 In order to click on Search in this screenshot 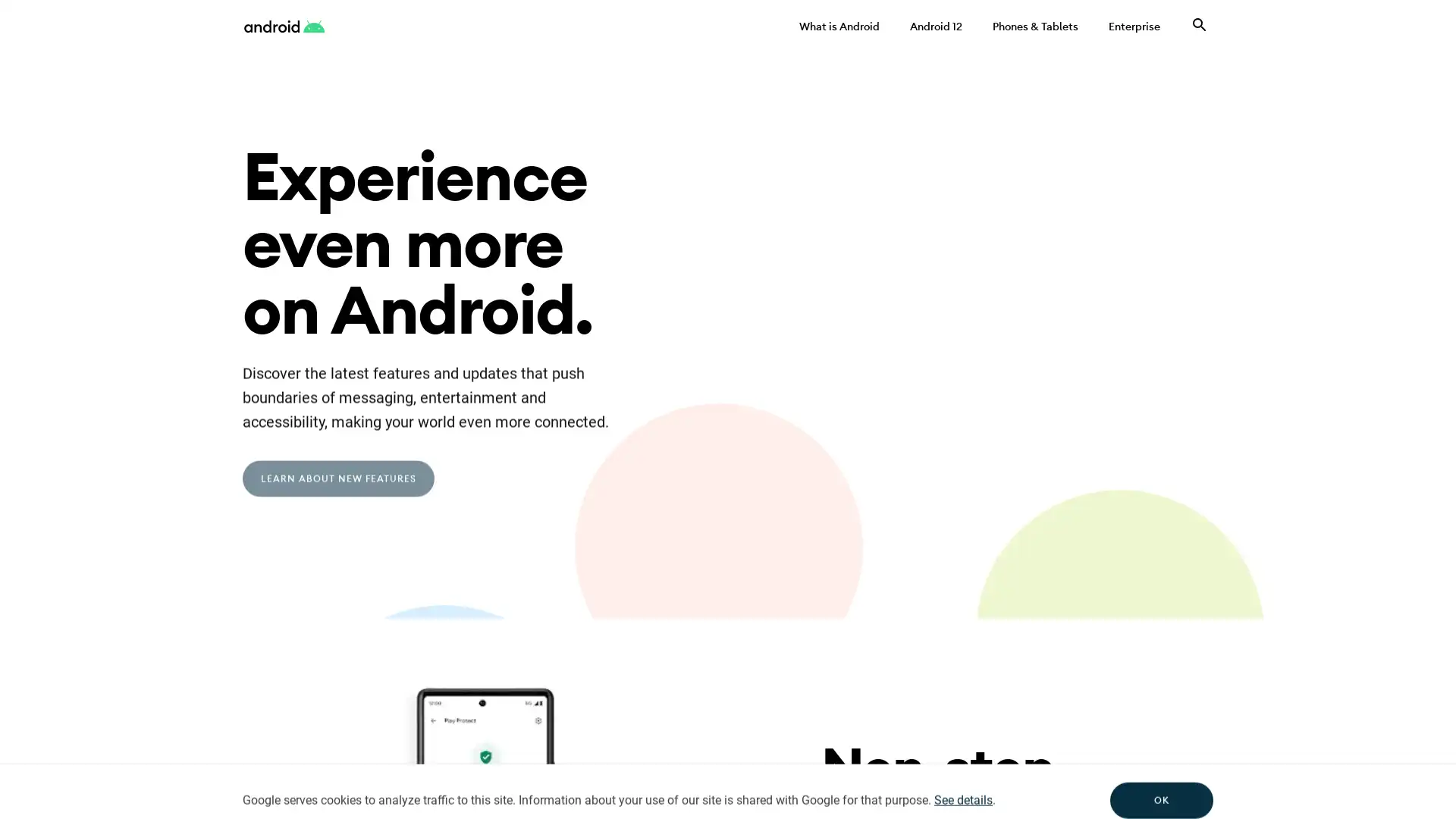, I will do `click(1199, 26)`.